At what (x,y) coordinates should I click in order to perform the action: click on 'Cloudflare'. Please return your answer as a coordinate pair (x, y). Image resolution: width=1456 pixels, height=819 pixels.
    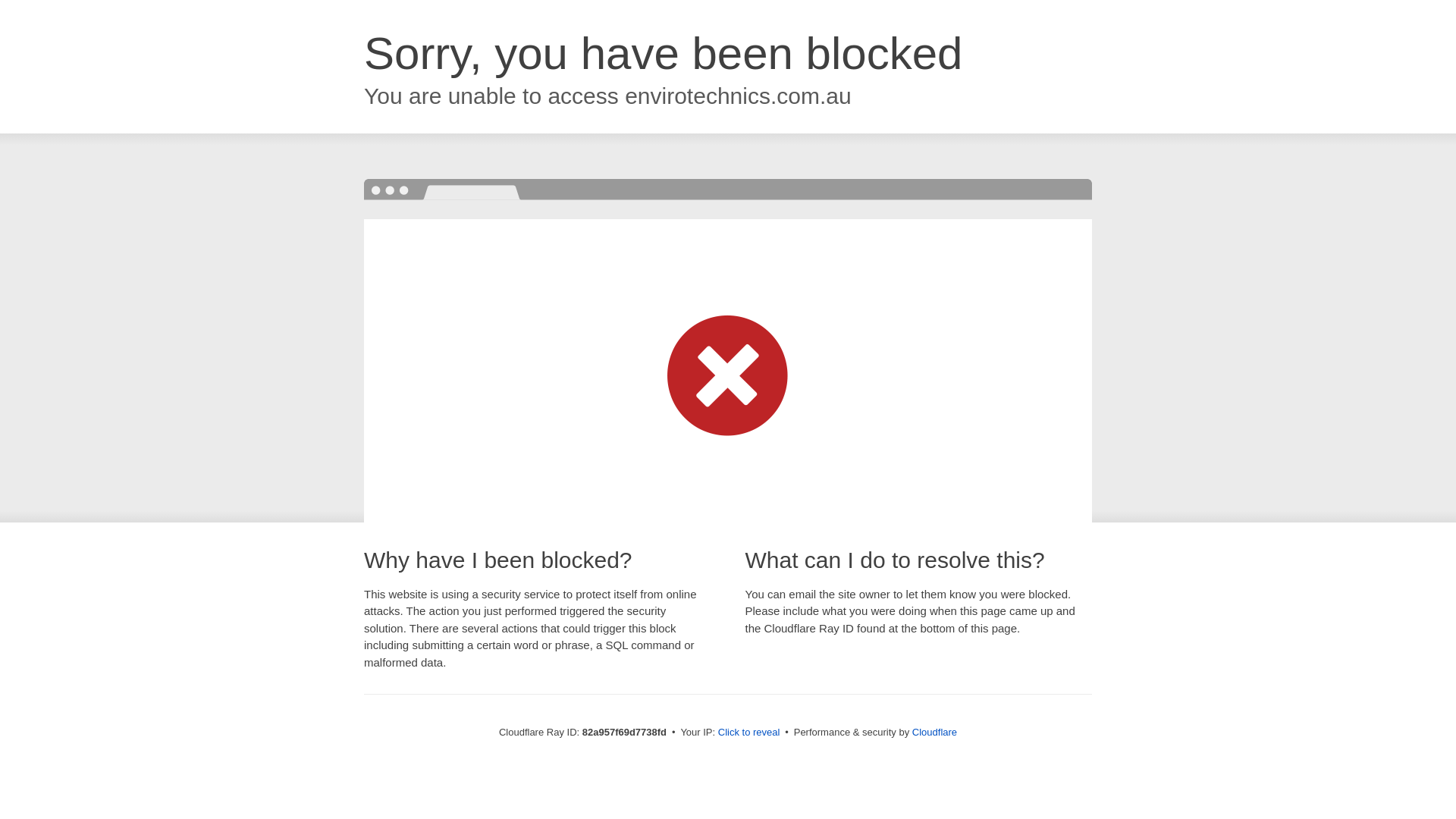
    Looking at the image, I should click on (934, 731).